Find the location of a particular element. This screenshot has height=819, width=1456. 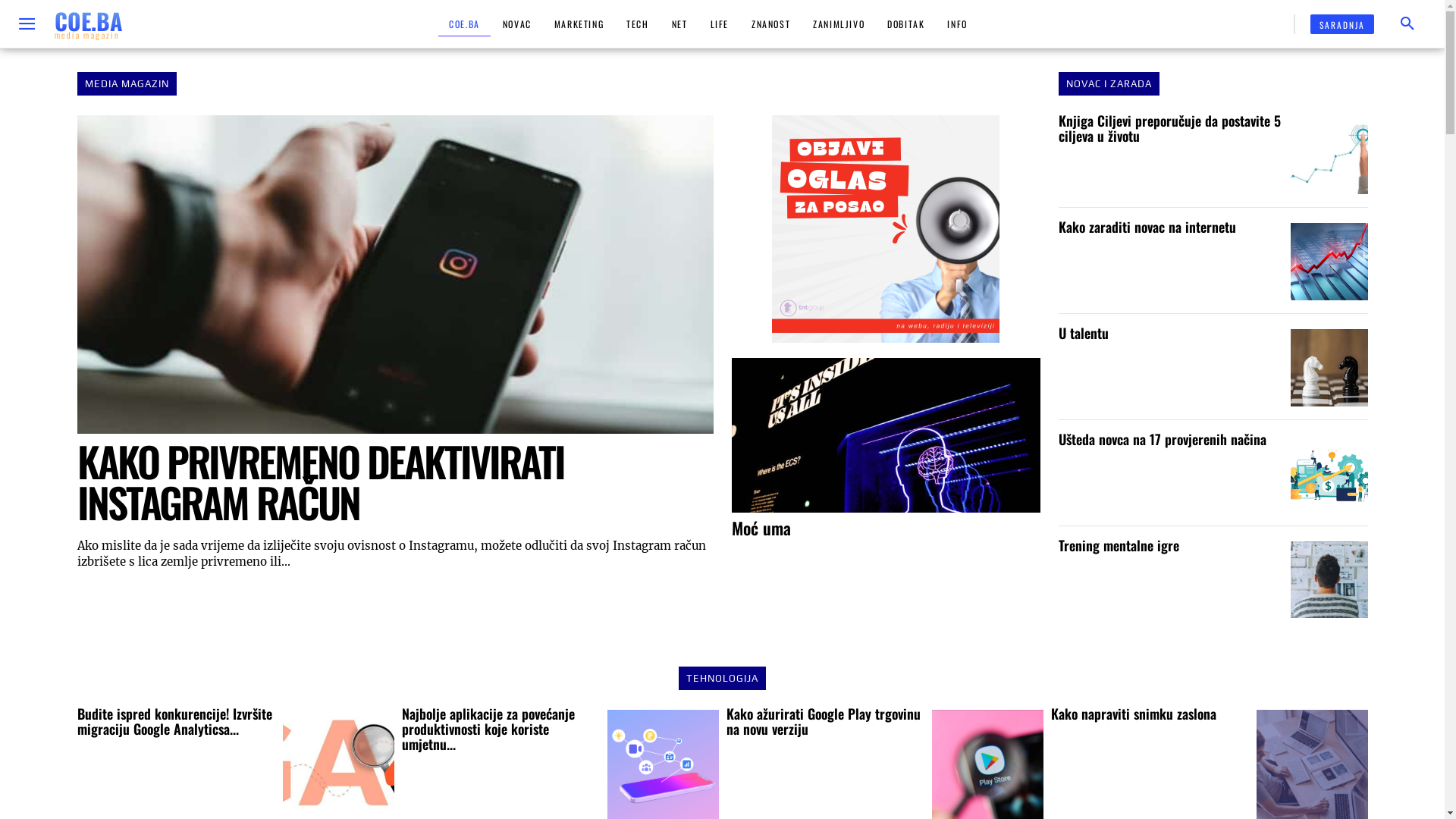

'INFO' is located at coordinates (956, 24).